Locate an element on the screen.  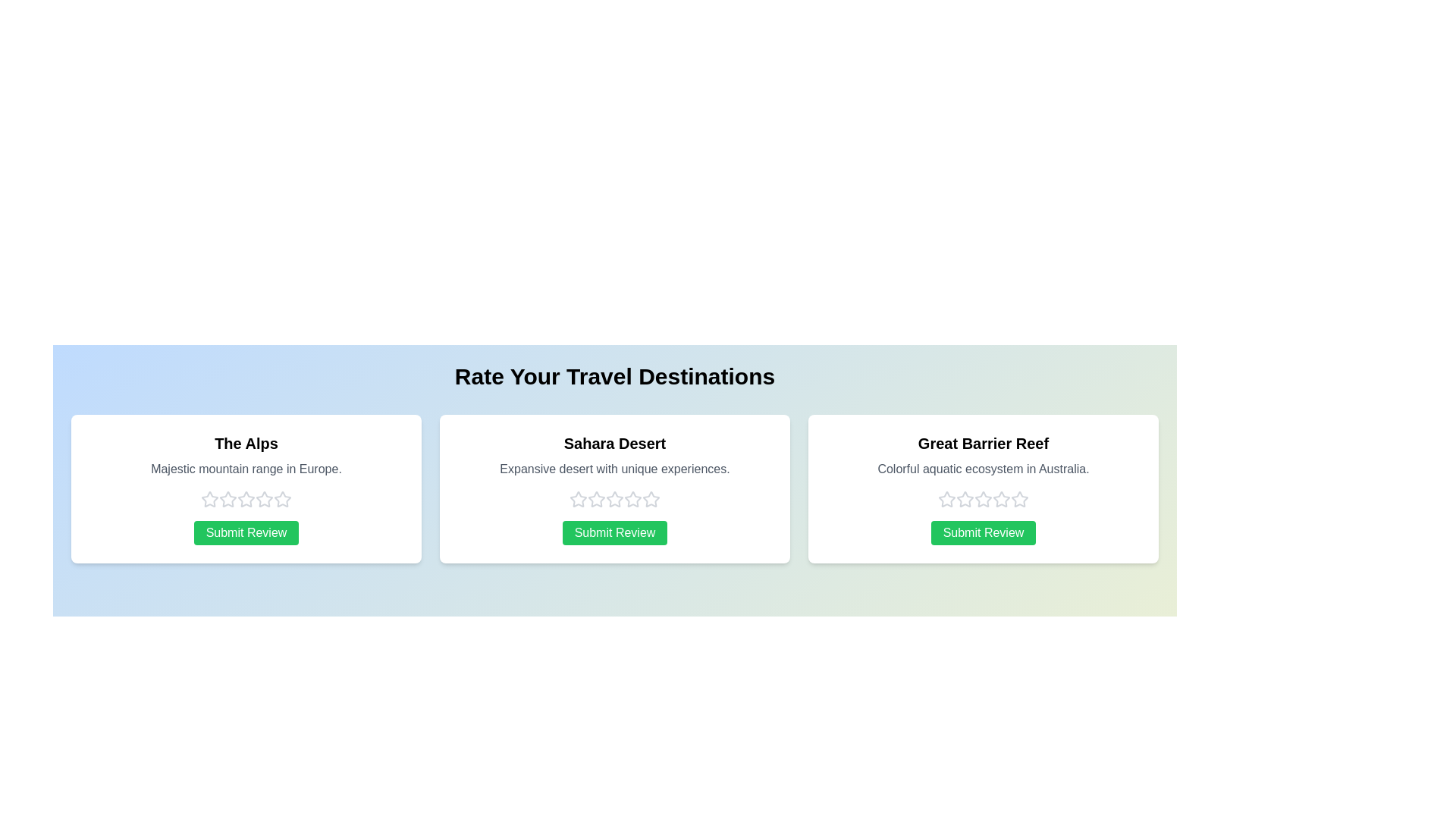
the 'Submit Review' button for the selected destination The Alps is located at coordinates (246, 532).